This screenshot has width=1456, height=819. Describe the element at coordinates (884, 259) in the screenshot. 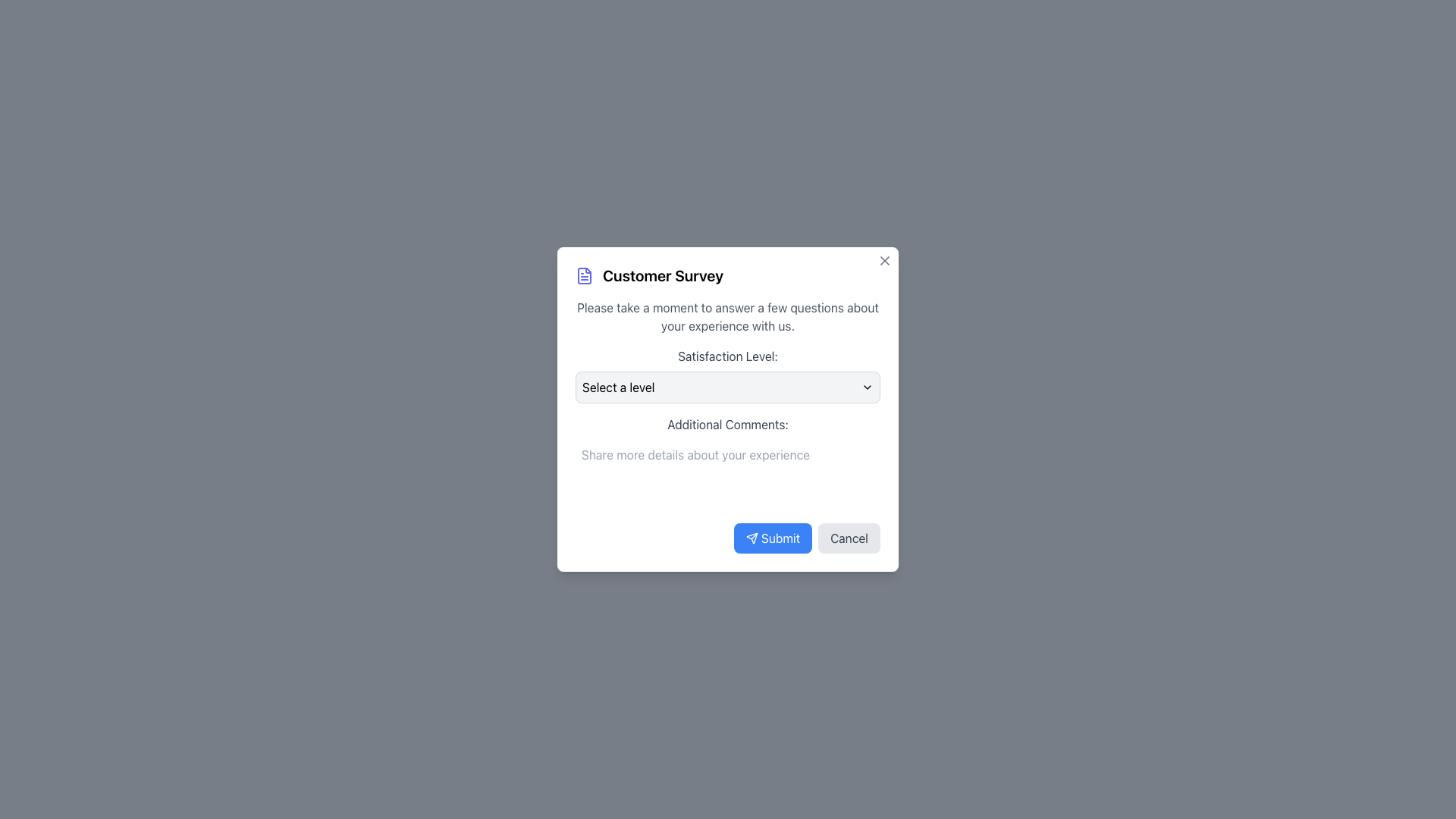

I see `the 'X' shaped gray button located at the top-right corner of the 'Customer Survey' dialog box` at that location.